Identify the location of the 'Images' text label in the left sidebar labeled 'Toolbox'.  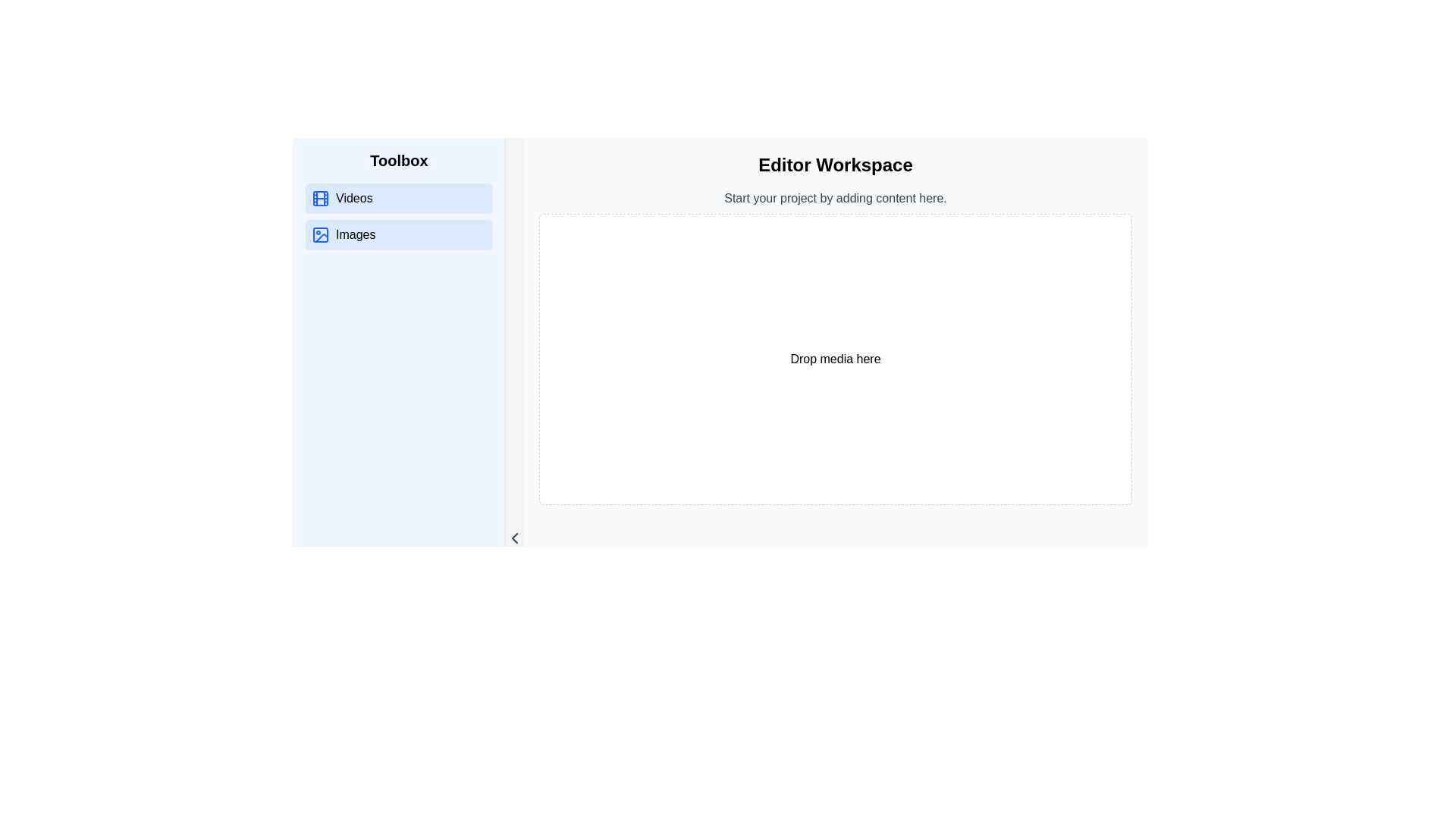
(355, 234).